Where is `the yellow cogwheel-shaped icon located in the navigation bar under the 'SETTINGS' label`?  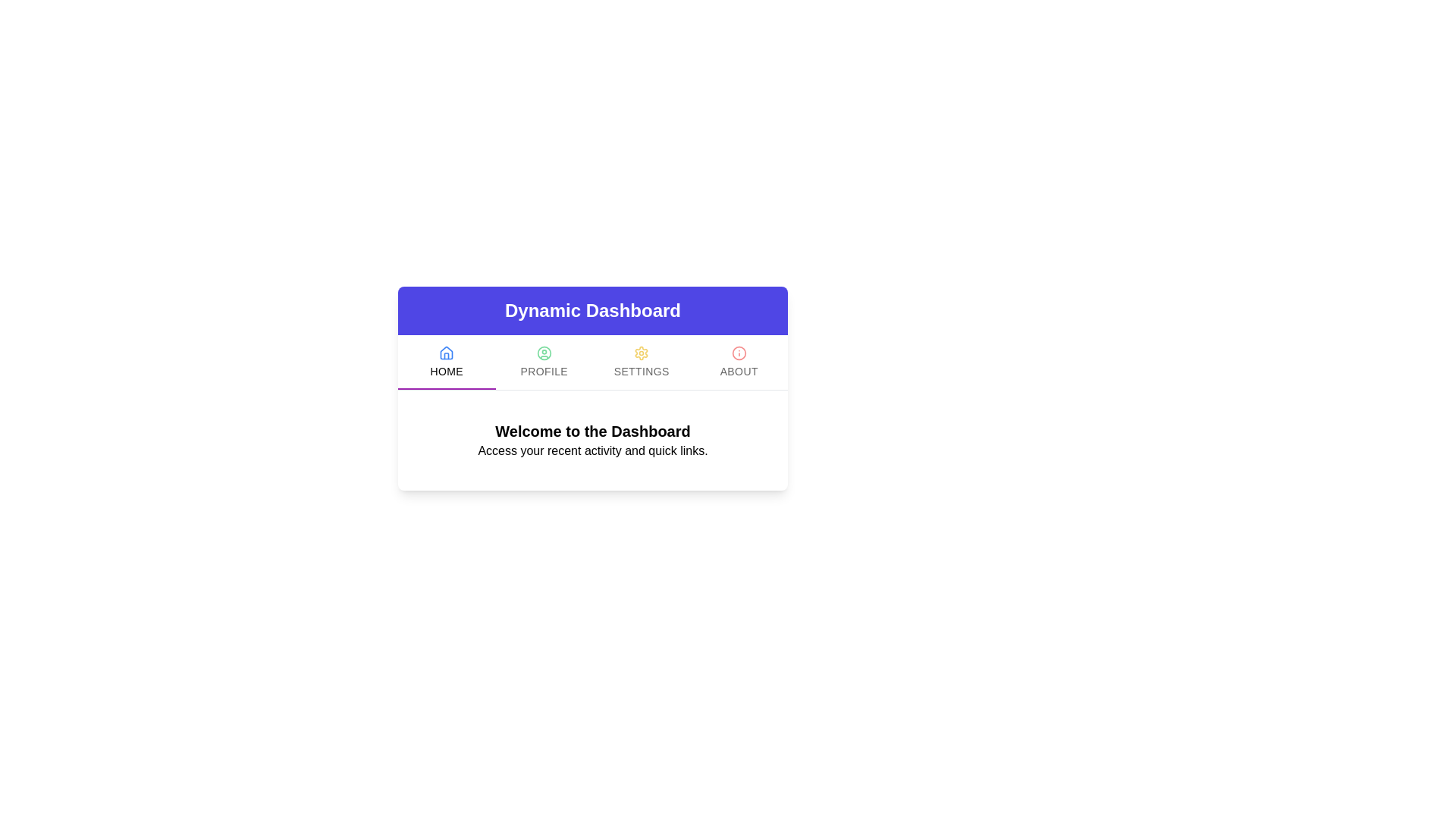 the yellow cogwheel-shaped icon located in the navigation bar under the 'SETTINGS' label is located at coordinates (642, 353).